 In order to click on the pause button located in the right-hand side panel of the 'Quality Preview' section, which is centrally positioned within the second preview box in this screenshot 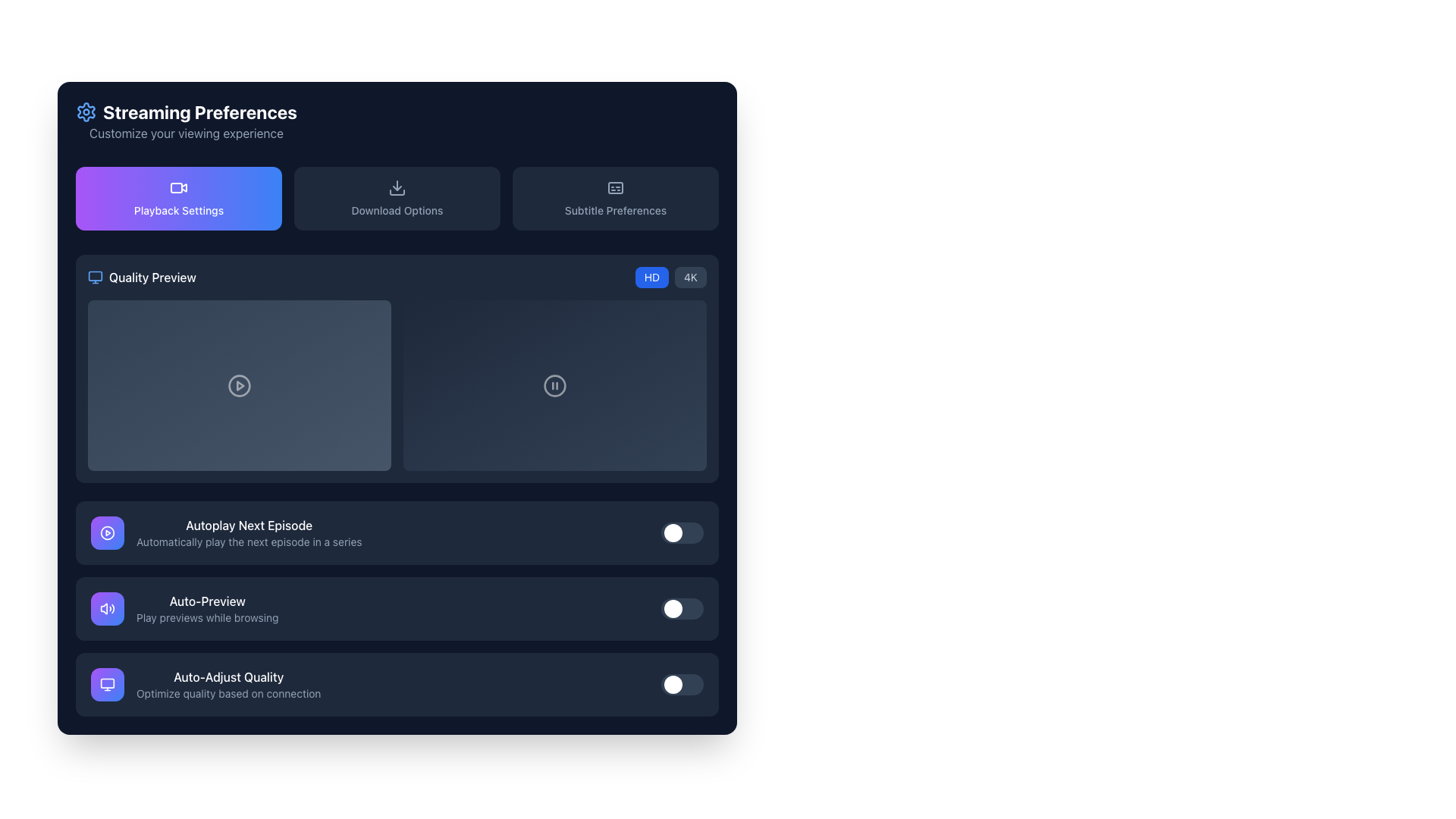, I will do `click(554, 384)`.